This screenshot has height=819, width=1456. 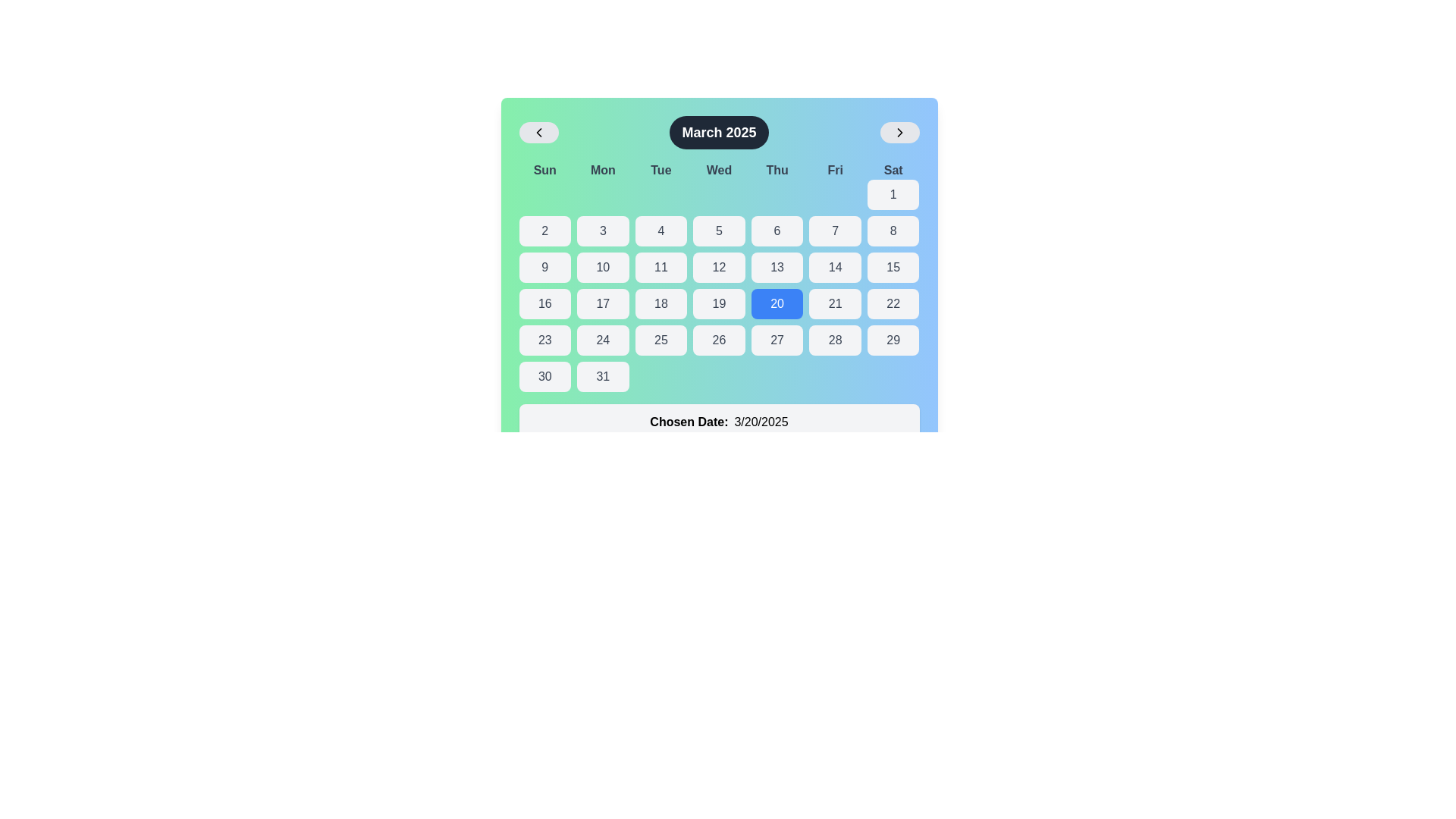 What do you see at coordinates (544, 339) in the screenshot?
I see `the button displaying the number '23' in dark gray text, which is part of a calendar grid located in the sixth row and first column` at bounding box center [544, 339].